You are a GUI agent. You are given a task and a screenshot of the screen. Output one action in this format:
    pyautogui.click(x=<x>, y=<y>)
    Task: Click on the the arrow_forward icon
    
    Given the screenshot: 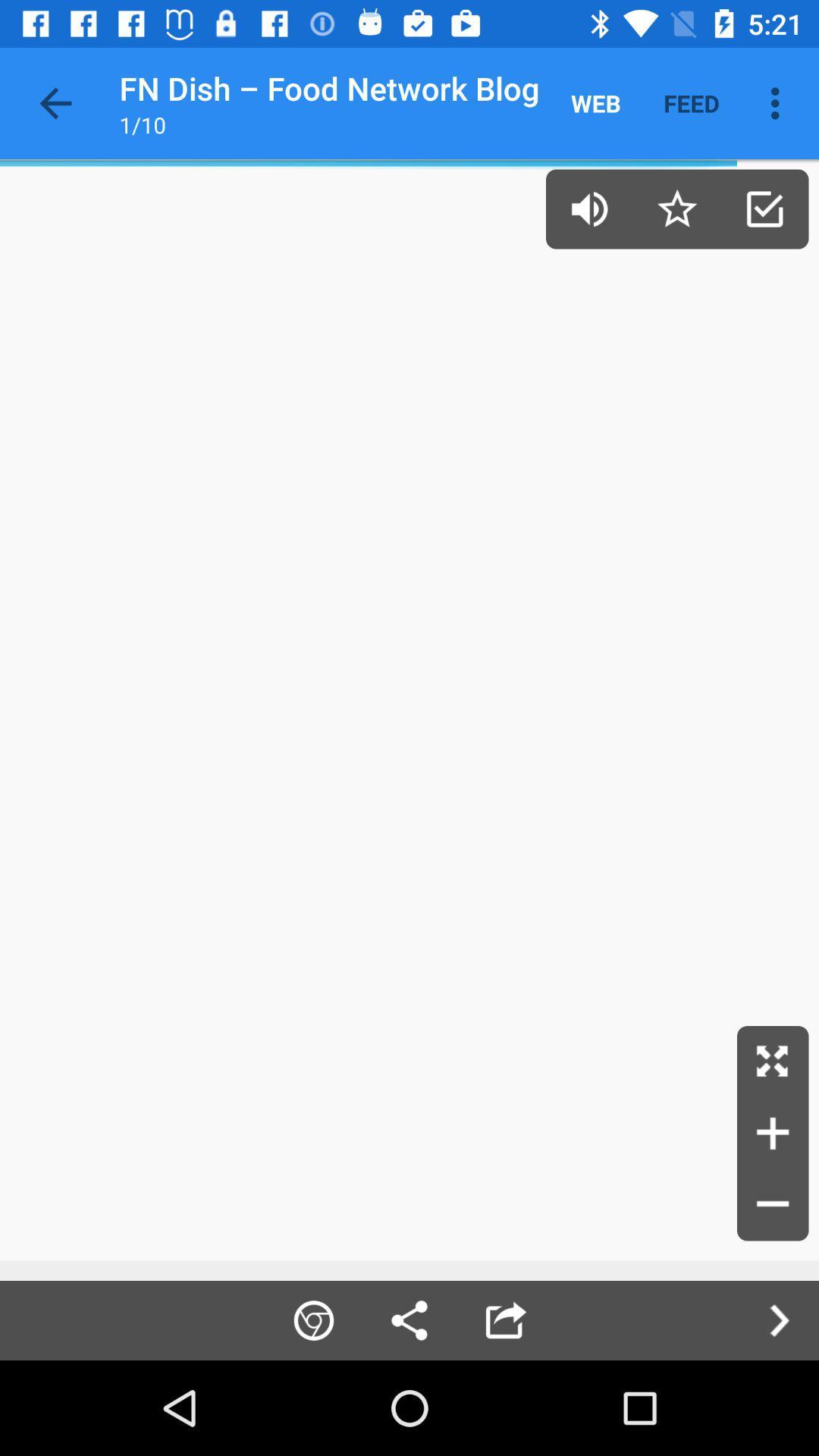 What is the action you would take?
    pyautogui.click(x=779, y=1319)
    